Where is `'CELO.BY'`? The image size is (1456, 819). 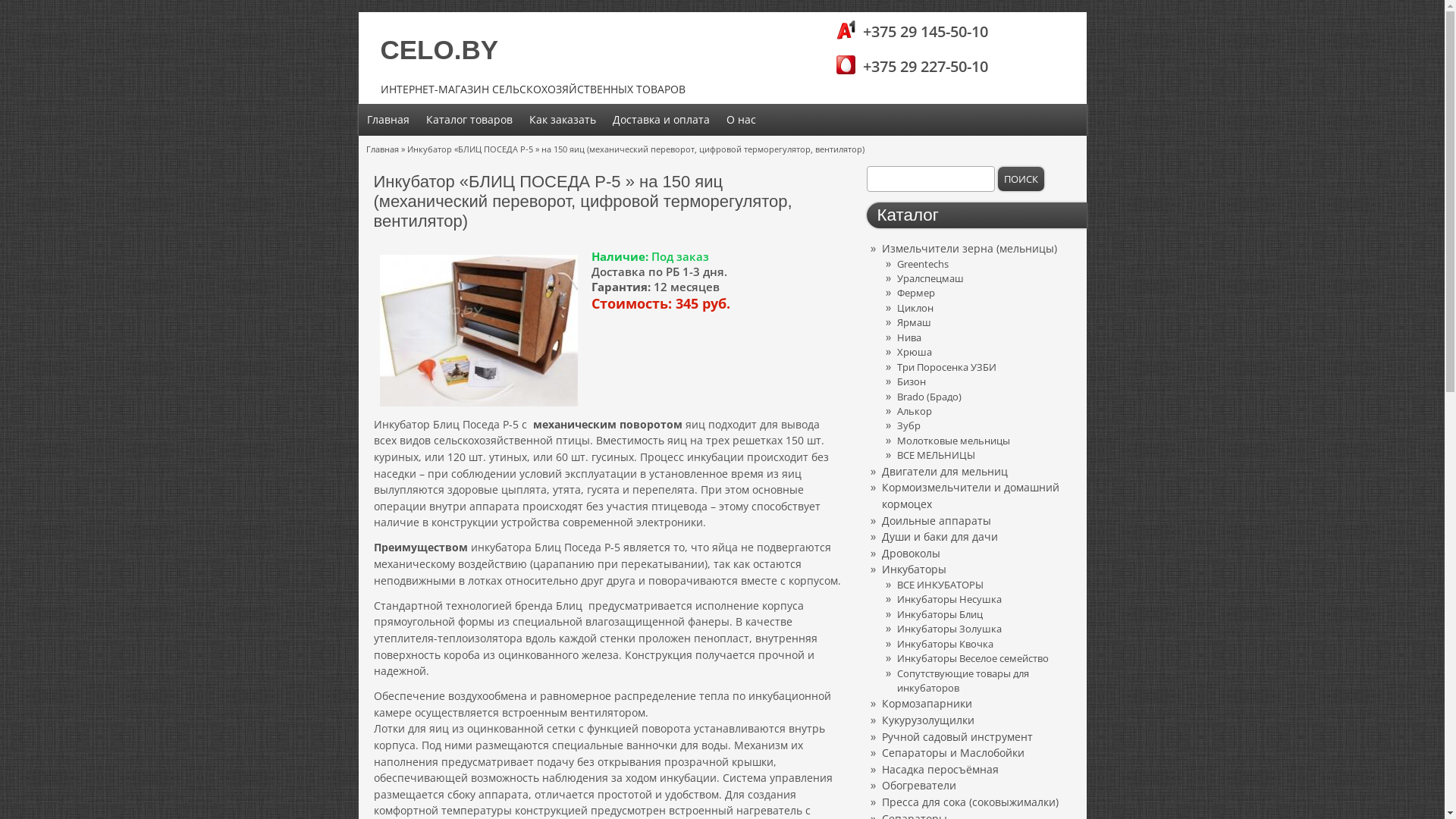
'CELO.BY' is located at coordinates (439, 49).